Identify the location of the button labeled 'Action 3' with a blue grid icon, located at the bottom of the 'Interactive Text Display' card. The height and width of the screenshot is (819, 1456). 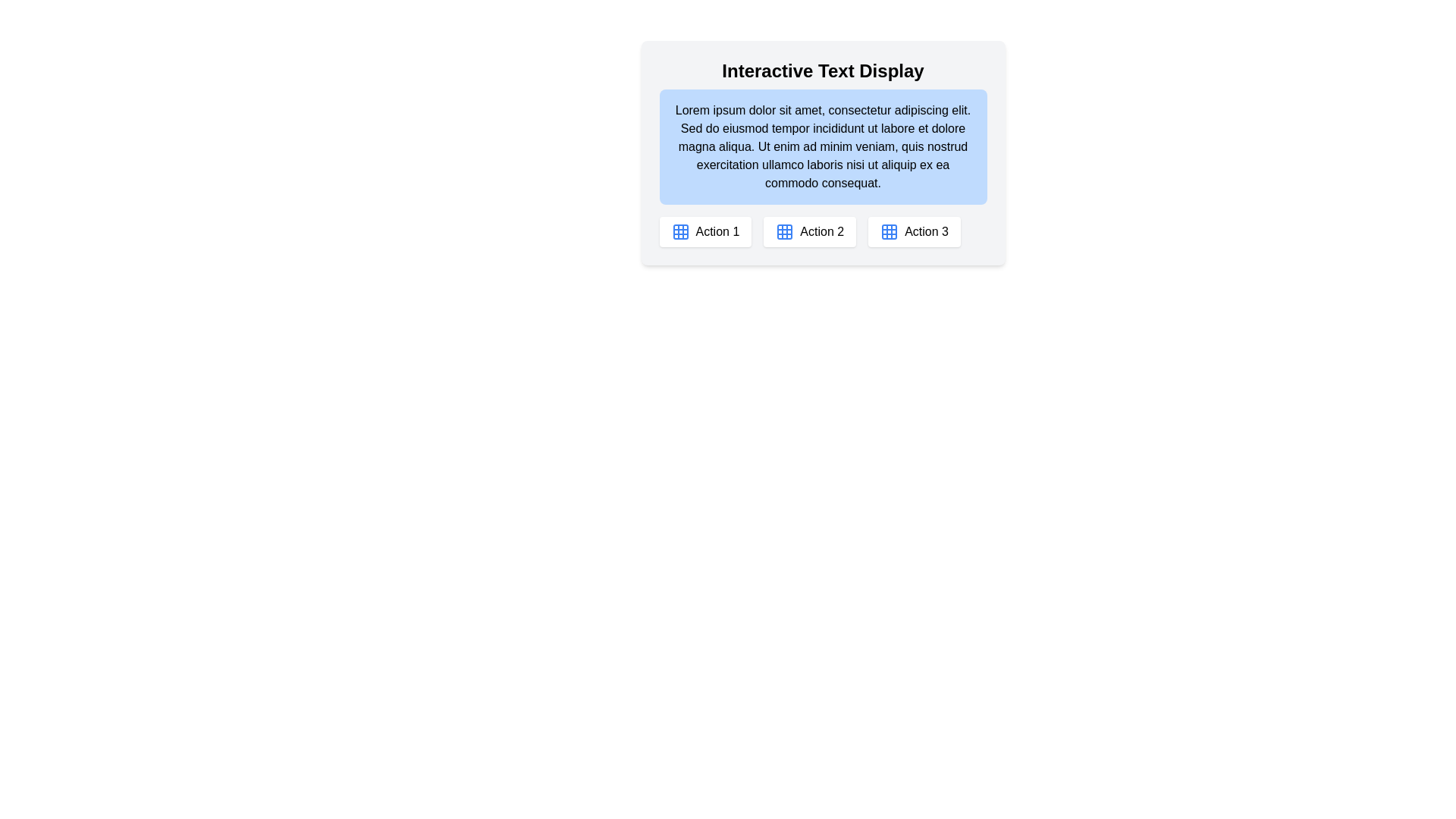
(914, 231).